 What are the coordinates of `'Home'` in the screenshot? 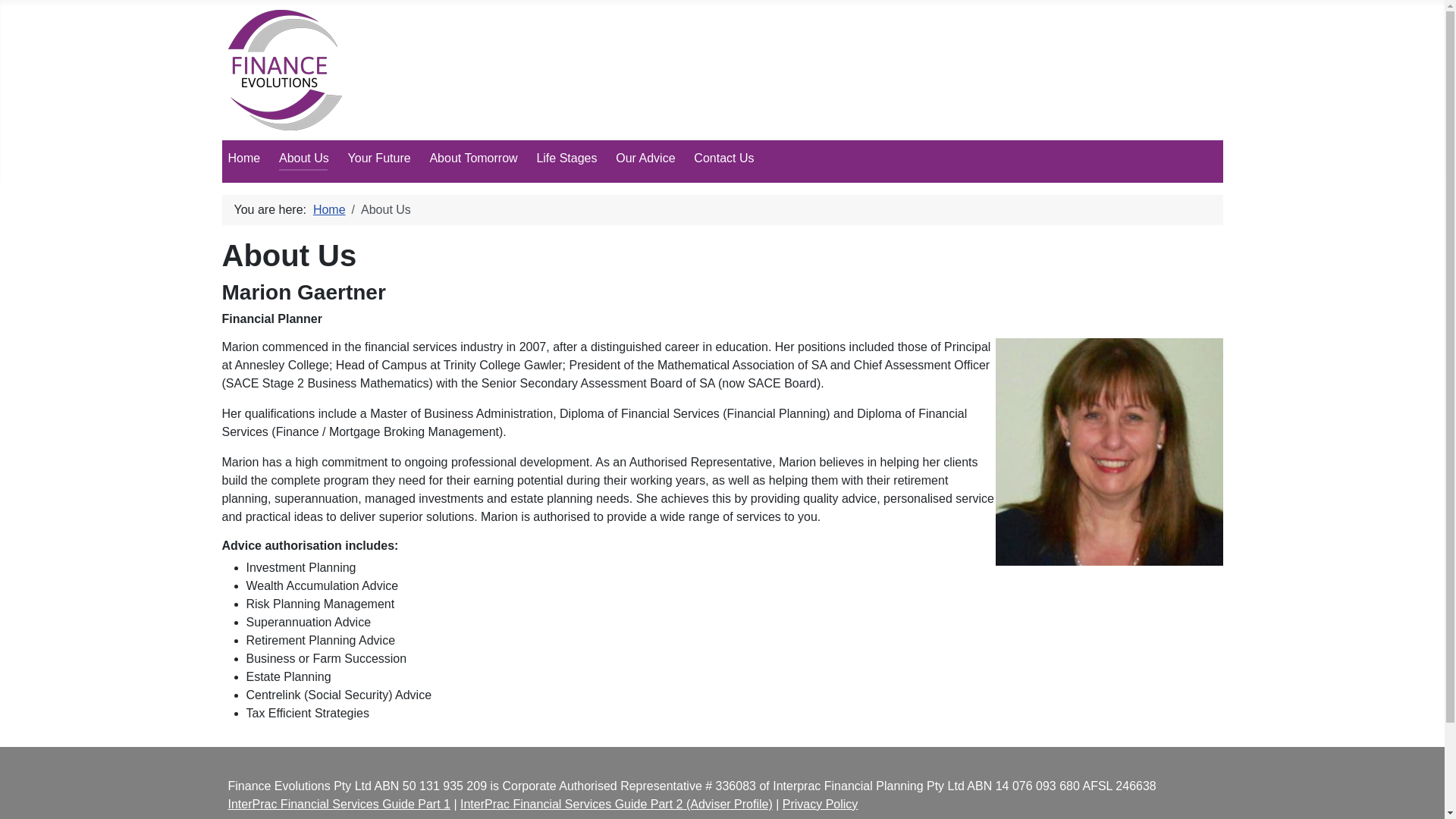 It's located at (243, 158).